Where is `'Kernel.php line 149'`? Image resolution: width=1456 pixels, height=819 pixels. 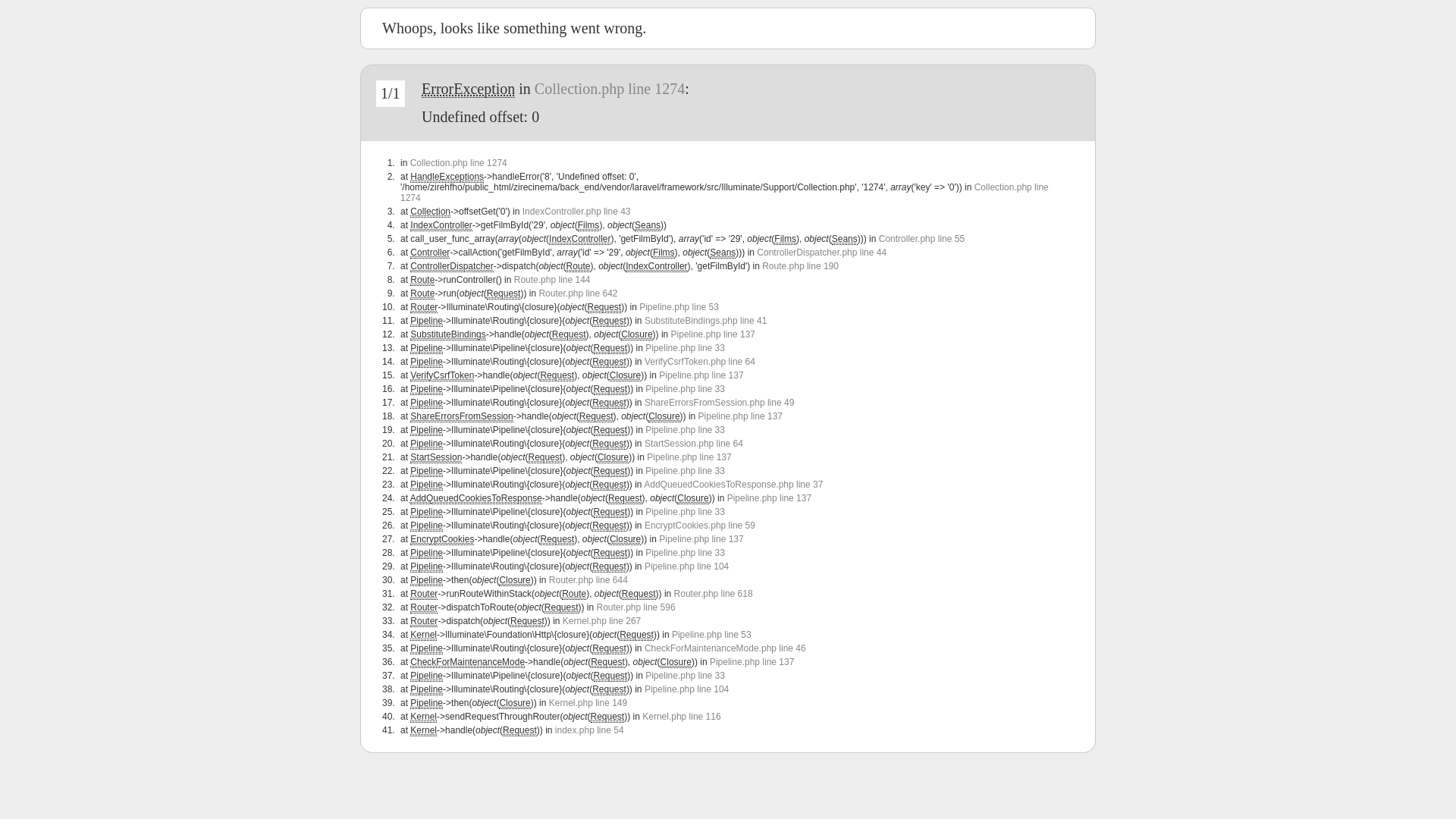
'Kernel.php line 149' is located at coordinates (548, 702).